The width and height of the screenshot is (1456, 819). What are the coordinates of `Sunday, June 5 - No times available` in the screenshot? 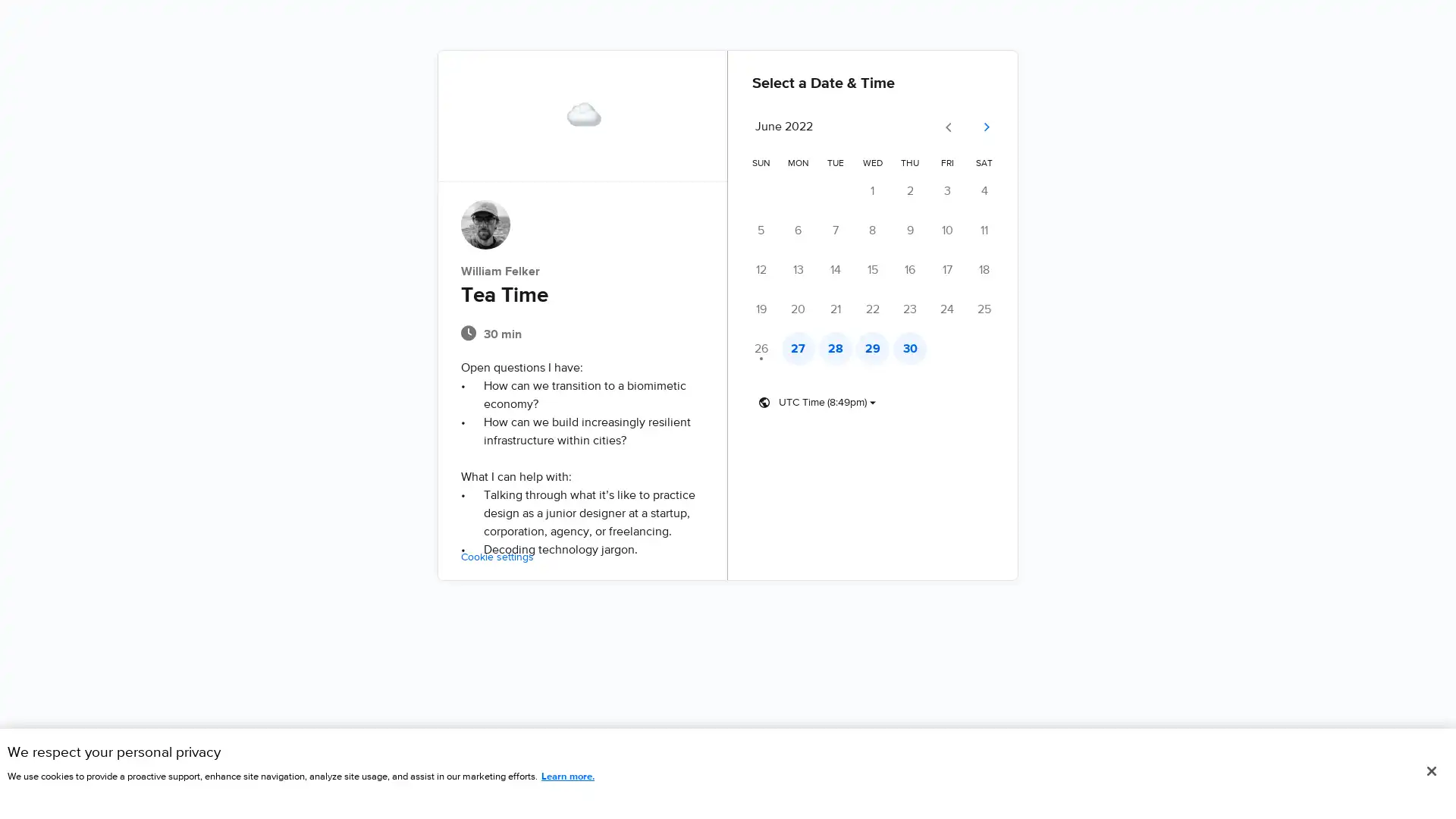 It's located at (761, 231).